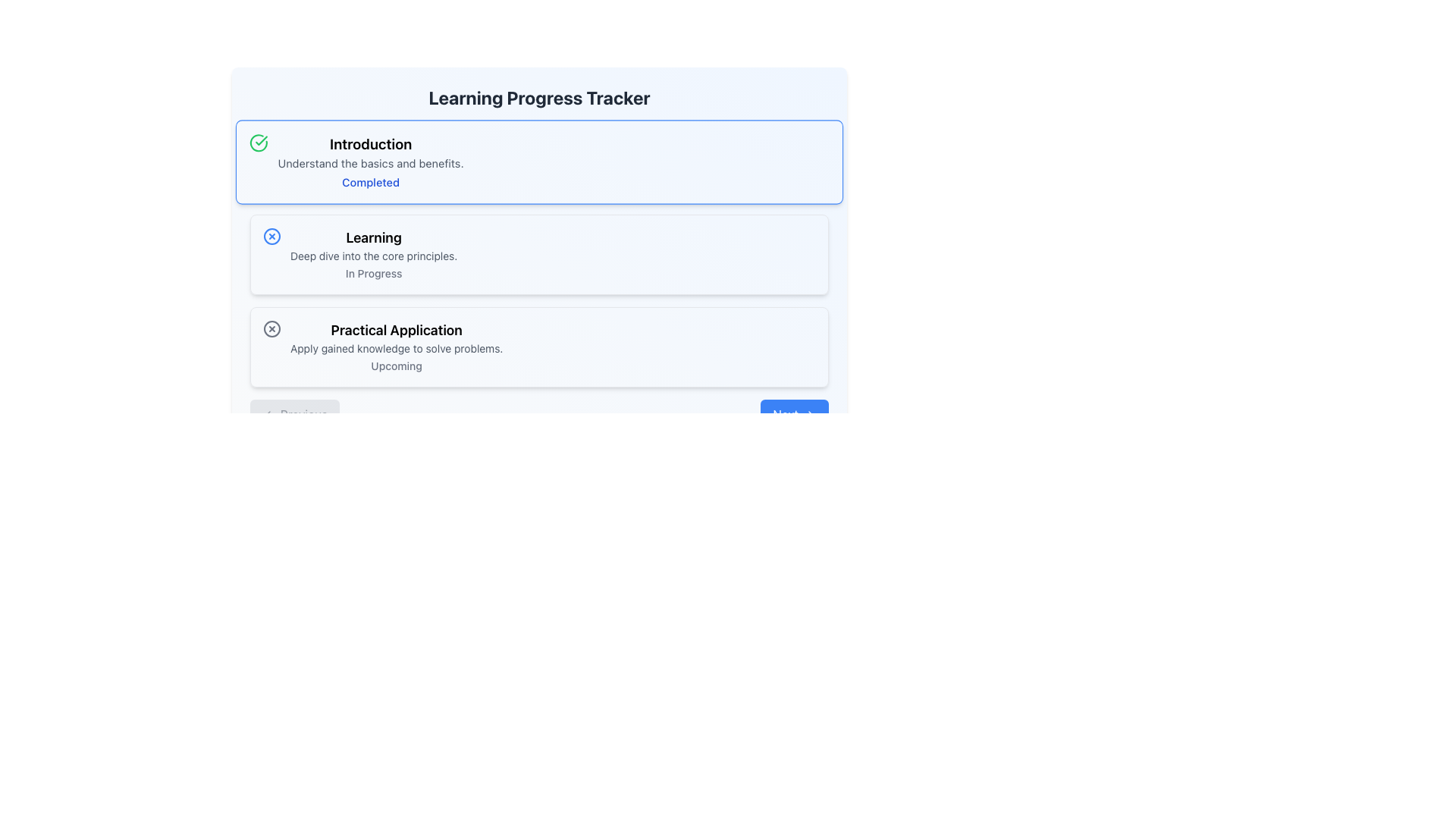 This screenshot has height=819, width=1456. What do you see at coordinates (259, 143) in the screenshot?
I see `the green checkmark status indicator icon located to the left of the 'Introduction' heading` at bounding box center [259, 143].